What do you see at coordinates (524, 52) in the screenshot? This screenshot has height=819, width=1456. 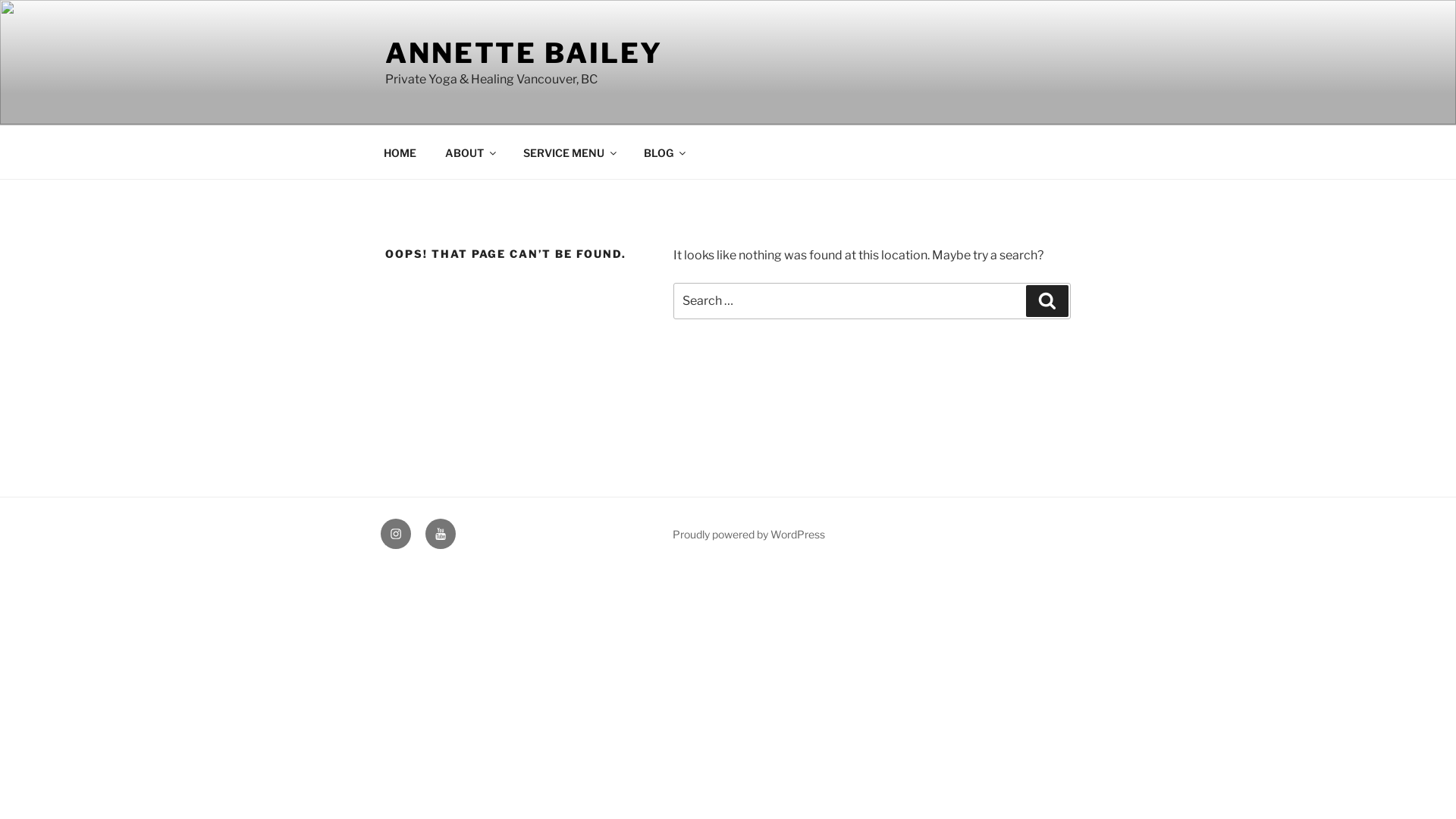 I see `'ANNETTE BAILEY'` at bounding box center [524, 52].